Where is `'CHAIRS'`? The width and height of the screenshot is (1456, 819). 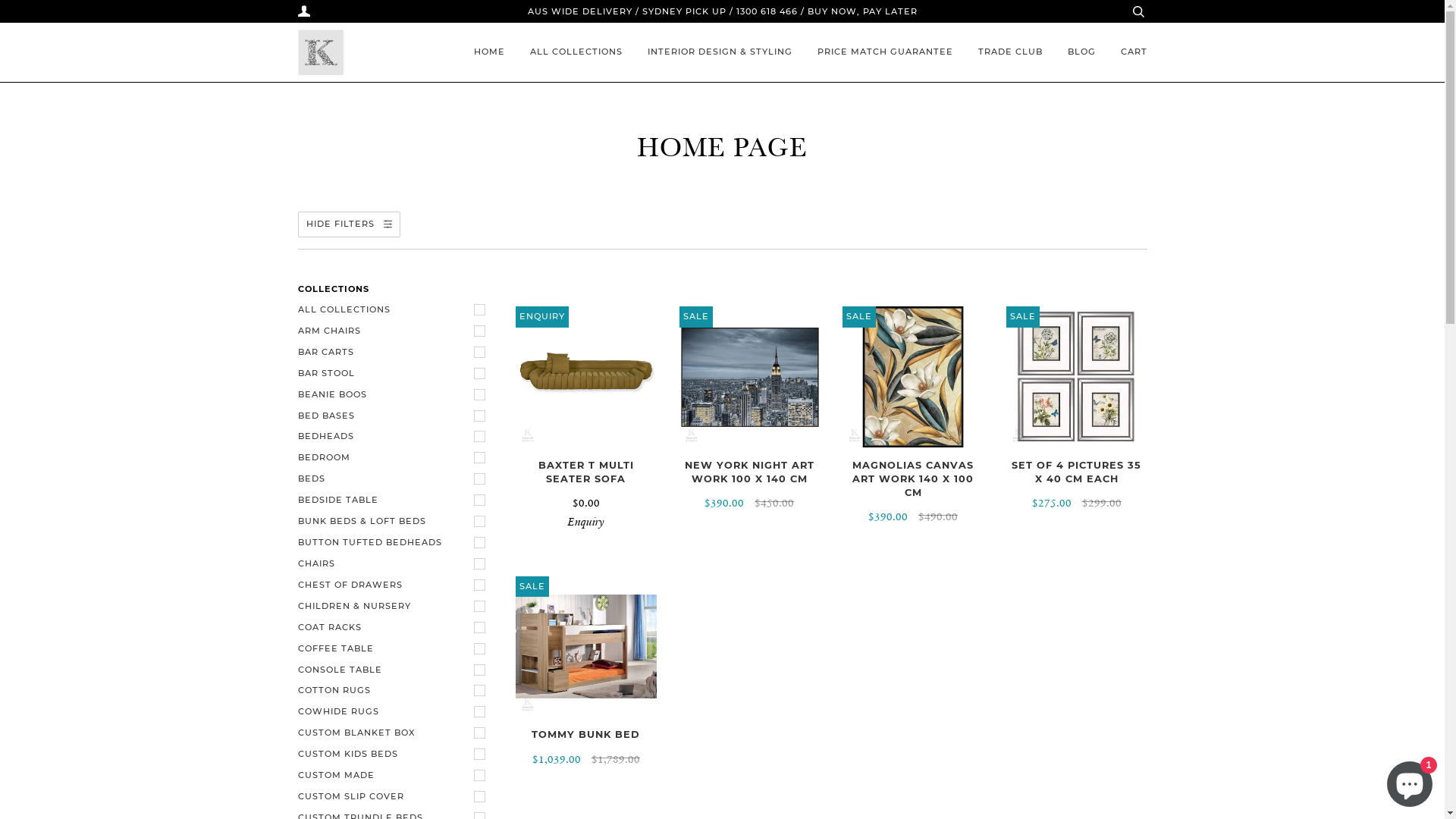
'CHAIRS' is located at coordinates (297, 564).